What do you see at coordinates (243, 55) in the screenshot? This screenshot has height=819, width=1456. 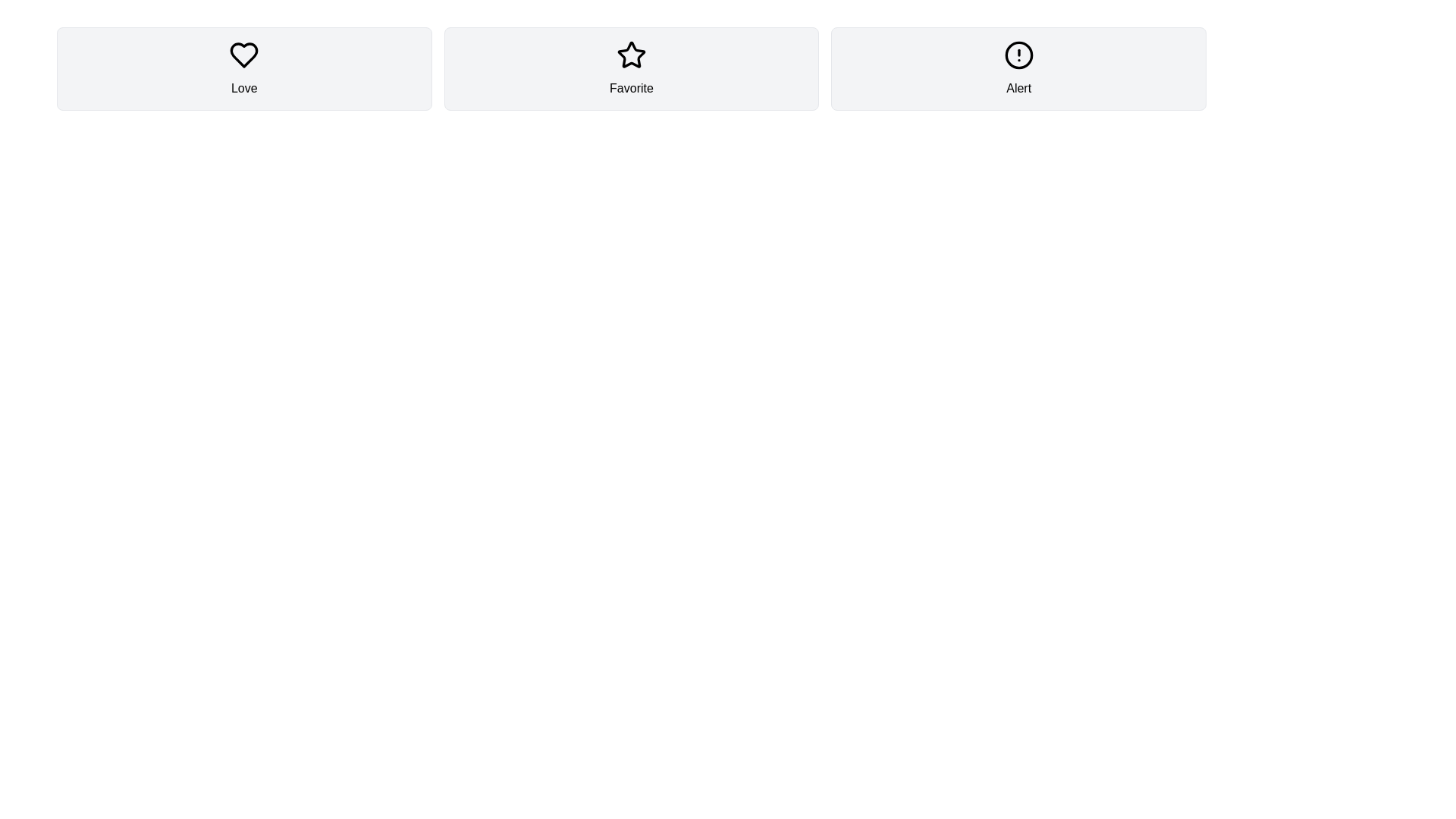 I see `the 'Love' icon located in the first group of three horizontally aligned items at the top center of the layout, positioned above the text 'Love'` at bounding box center [243, 55].